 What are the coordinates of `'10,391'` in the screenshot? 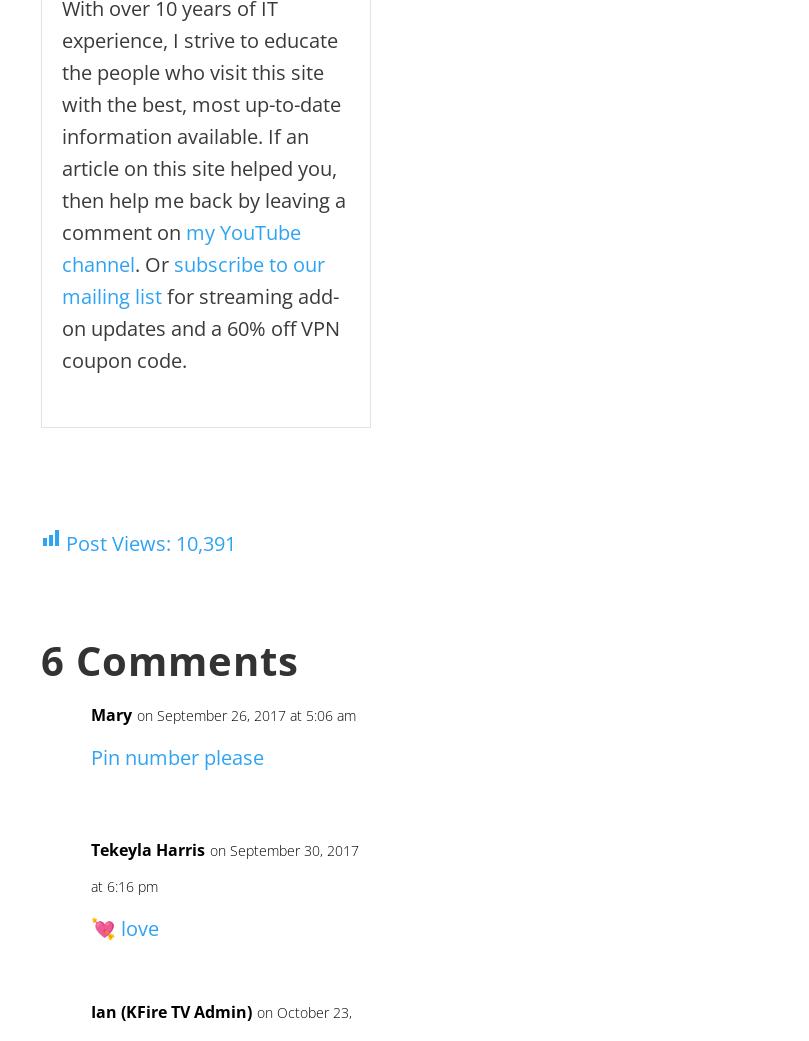 It's located at (204, 543).